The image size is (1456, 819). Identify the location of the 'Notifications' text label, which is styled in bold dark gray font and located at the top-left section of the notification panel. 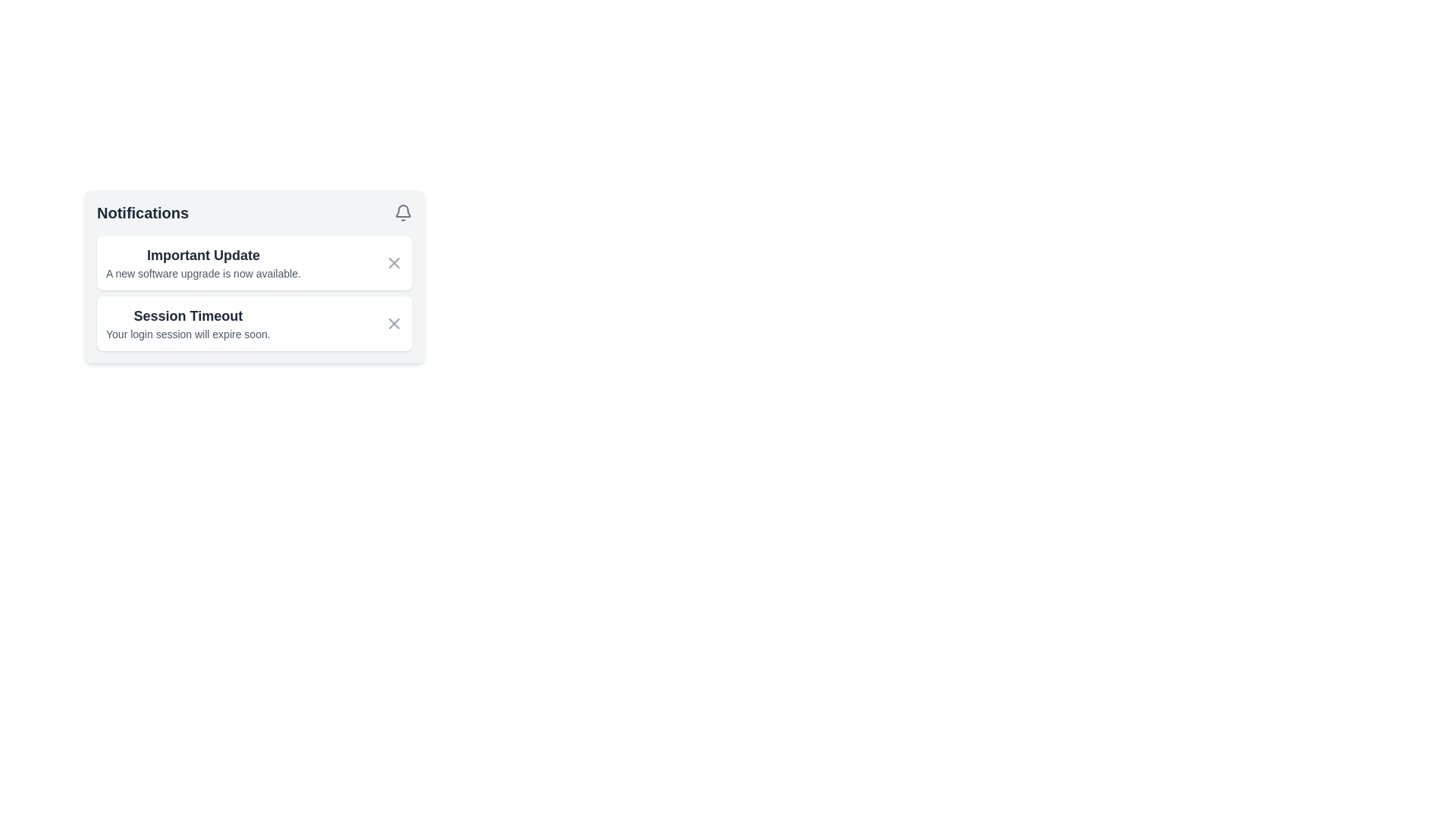
(143, 213).